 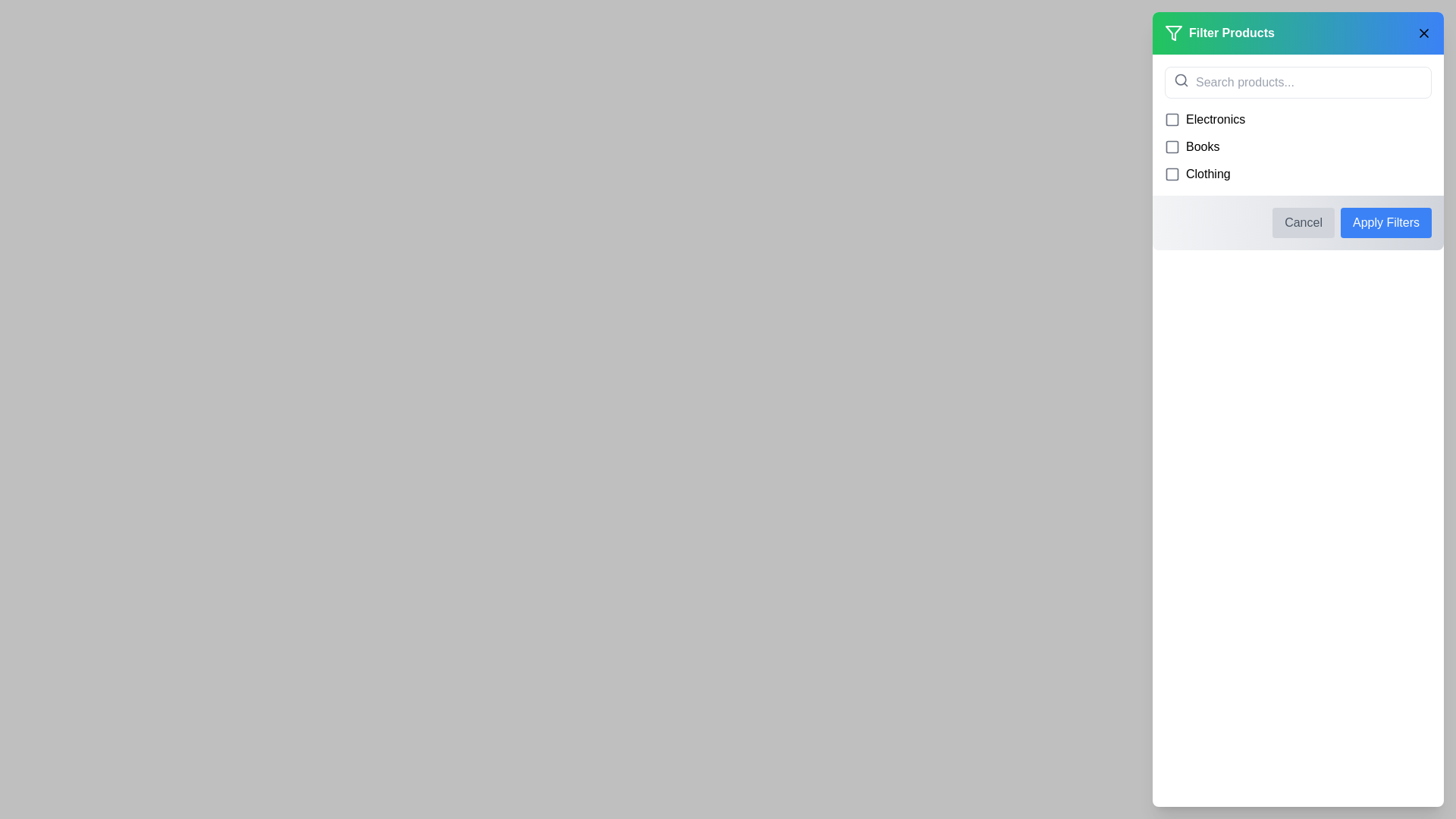 What do you see at coordinates (1423, 33) in the screenshot?
I see `the close button located at the top-right corner of the 'Filter Products' header section` at bounding box center [1423, 33].